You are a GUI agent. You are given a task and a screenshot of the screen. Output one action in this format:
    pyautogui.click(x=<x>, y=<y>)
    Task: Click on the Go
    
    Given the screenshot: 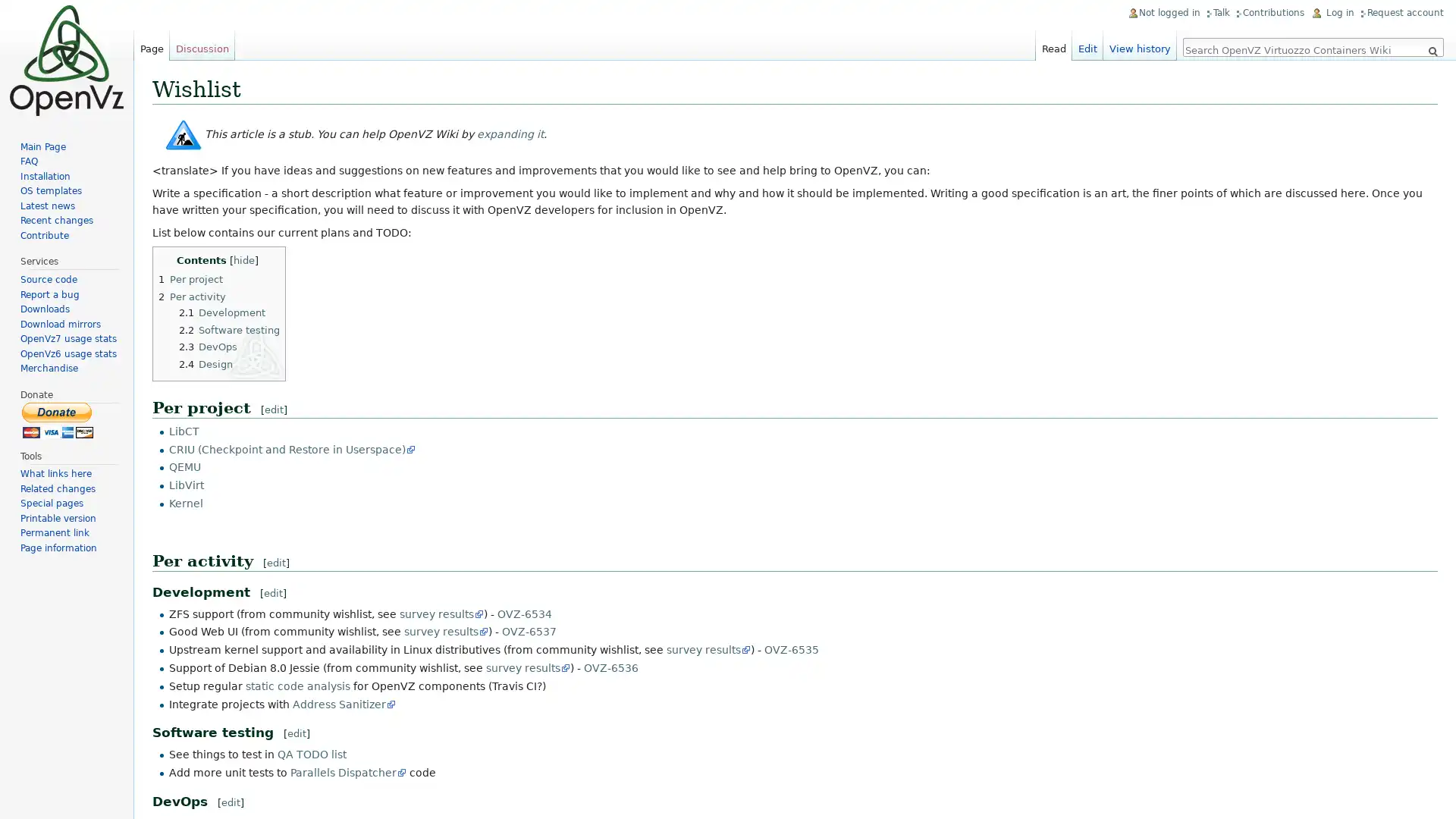 What is the action you would take?
    pyautogui.click(x=1432, y=51)
    